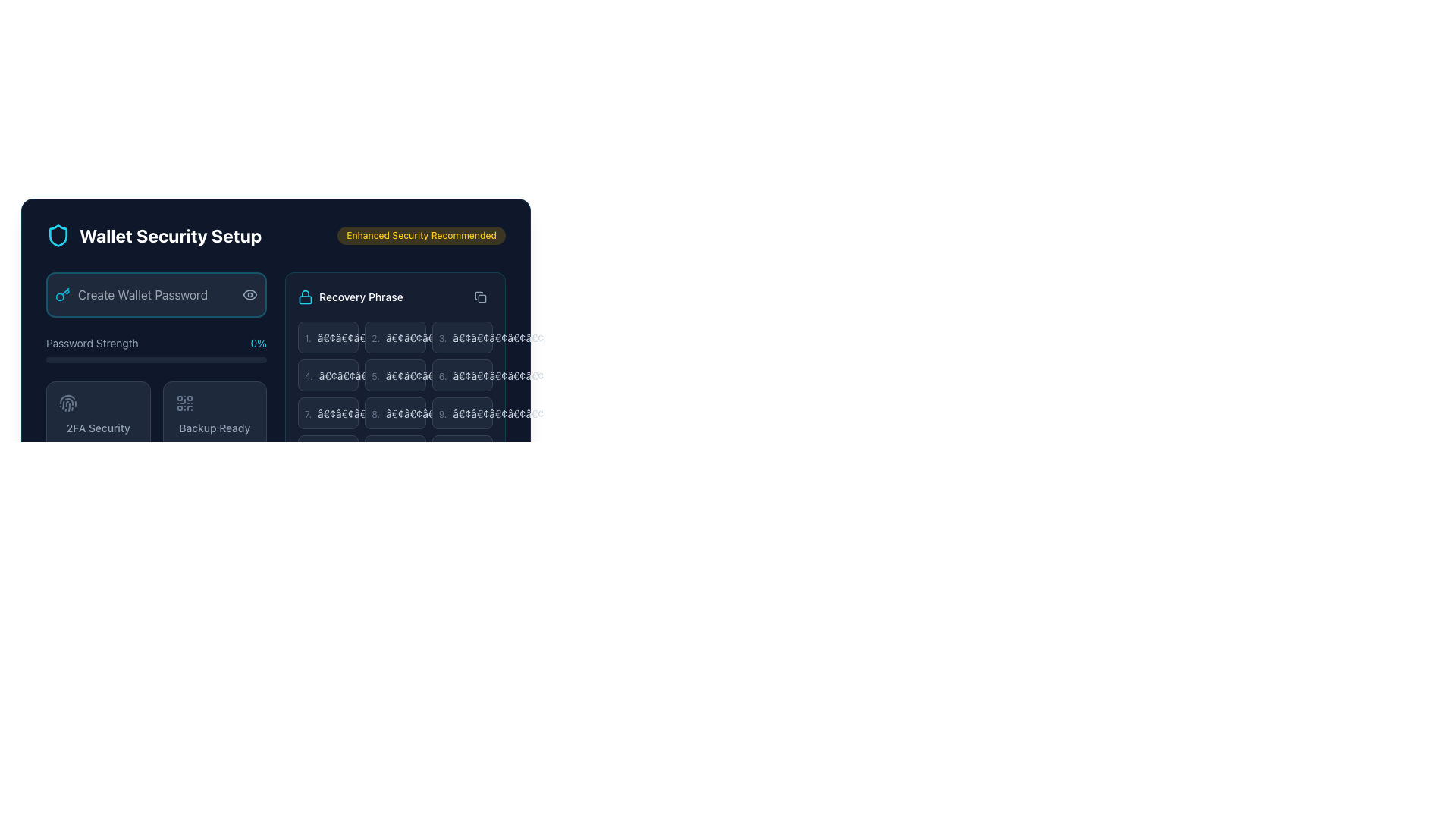 This screenshot has width=1456, height=819. I want to click on the small square icon button resembling a document copy action located in the upper-right area of the 'Recovery Phrase' section, so click(479, 297).